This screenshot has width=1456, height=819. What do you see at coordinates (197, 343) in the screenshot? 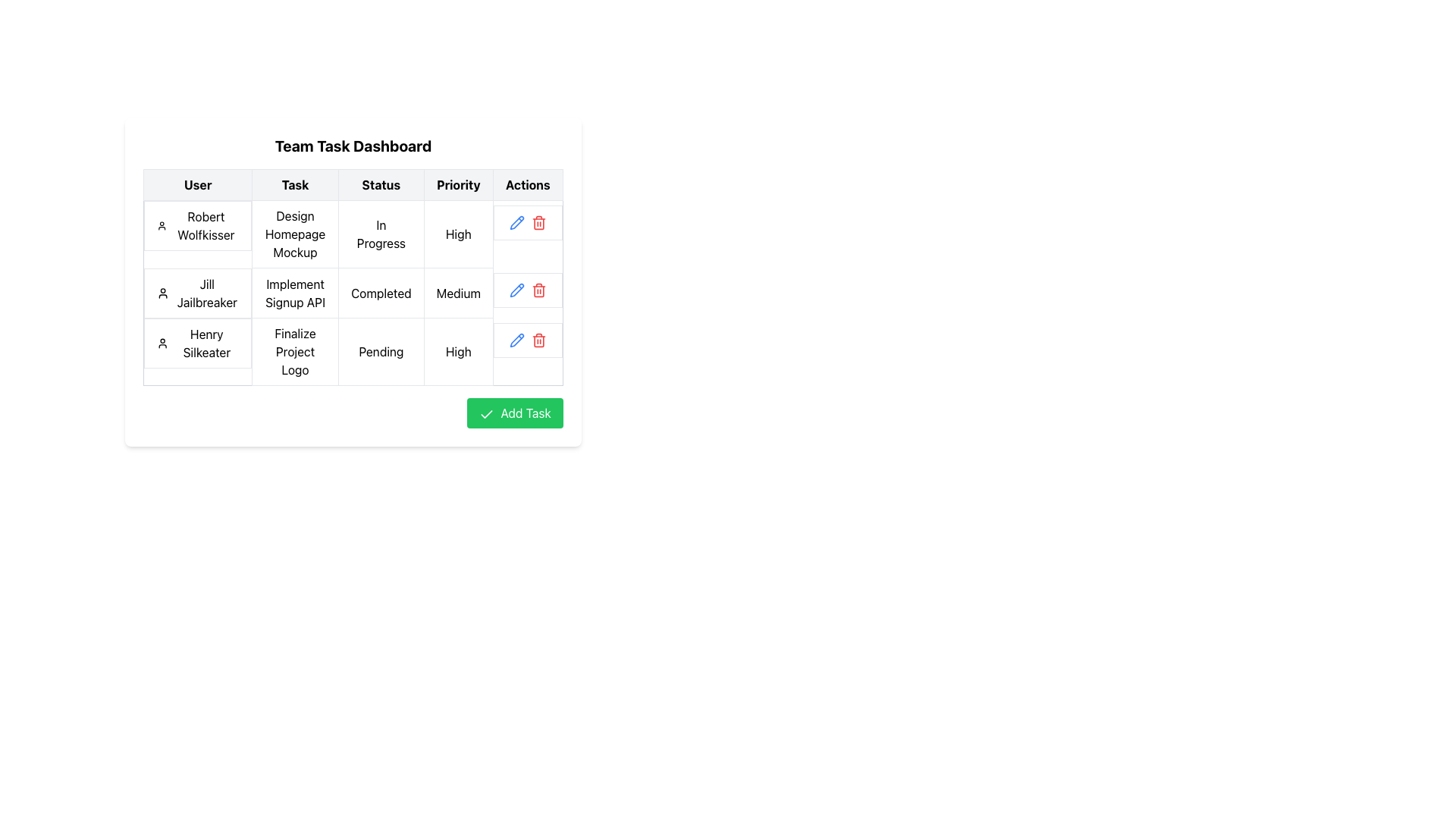
I see `the text and icon element displaying 'Henry Silkeater' in the first column of the third row in the 'Team Task Dashboard' table` at bounding box center [197, 343].